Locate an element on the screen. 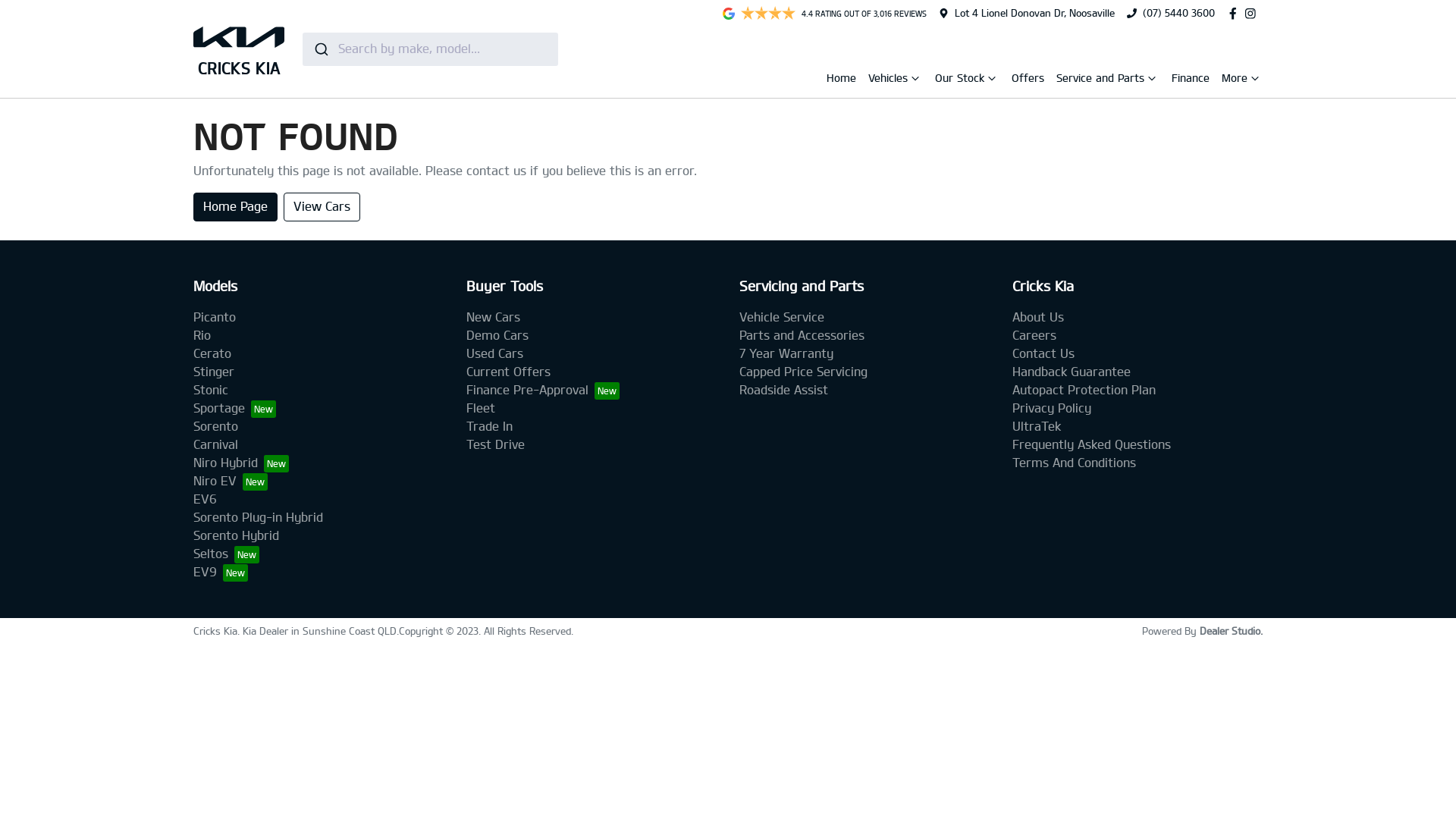  'UltraTek' is located at coordinates (1036, 426).